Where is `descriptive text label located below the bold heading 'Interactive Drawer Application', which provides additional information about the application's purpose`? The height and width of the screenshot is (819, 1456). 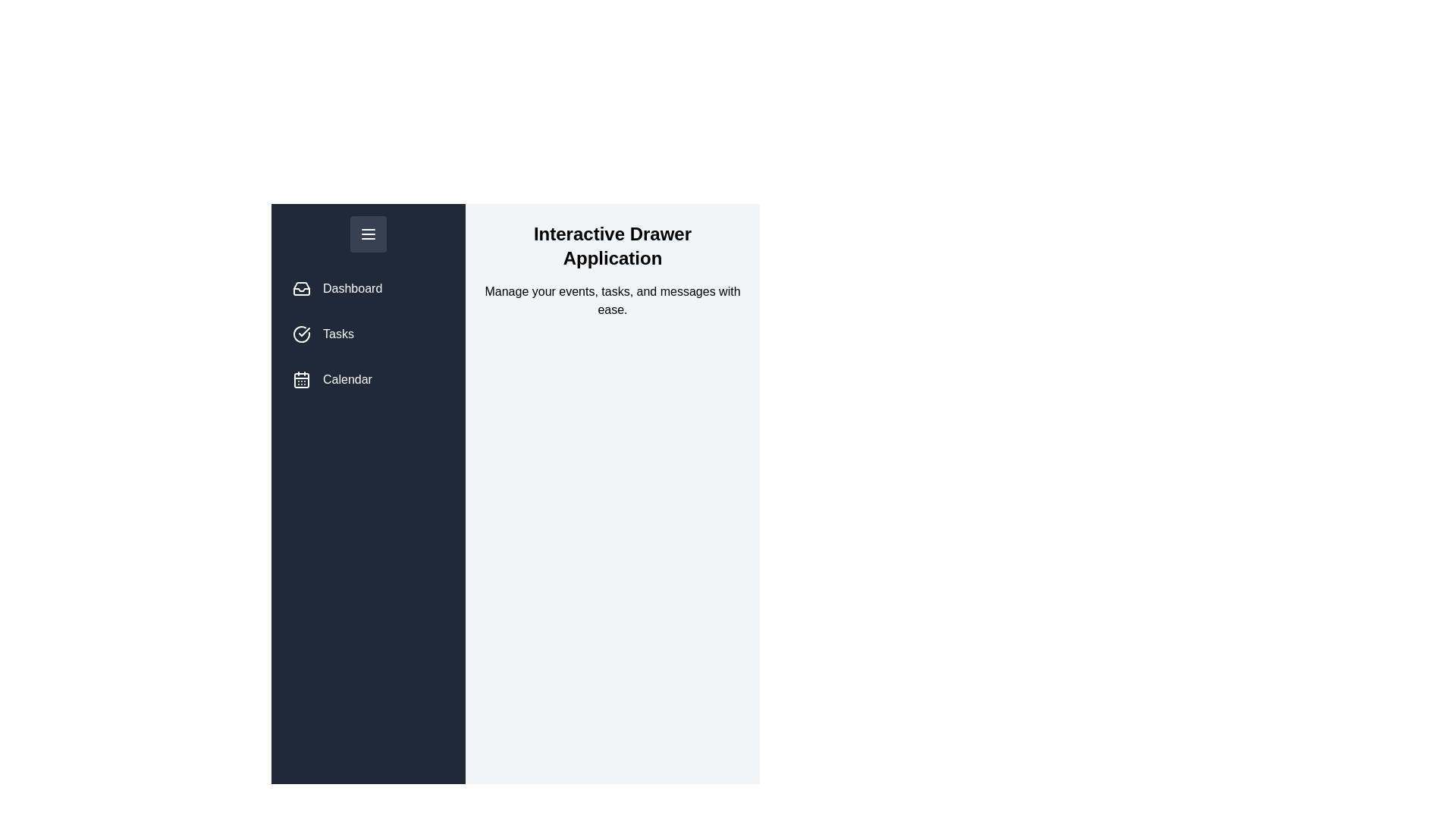
descriptive text label located below the bold heading 'Interactive Drawer Application', which provides additional information about the application's purpose is located at coordinates (612, 301).